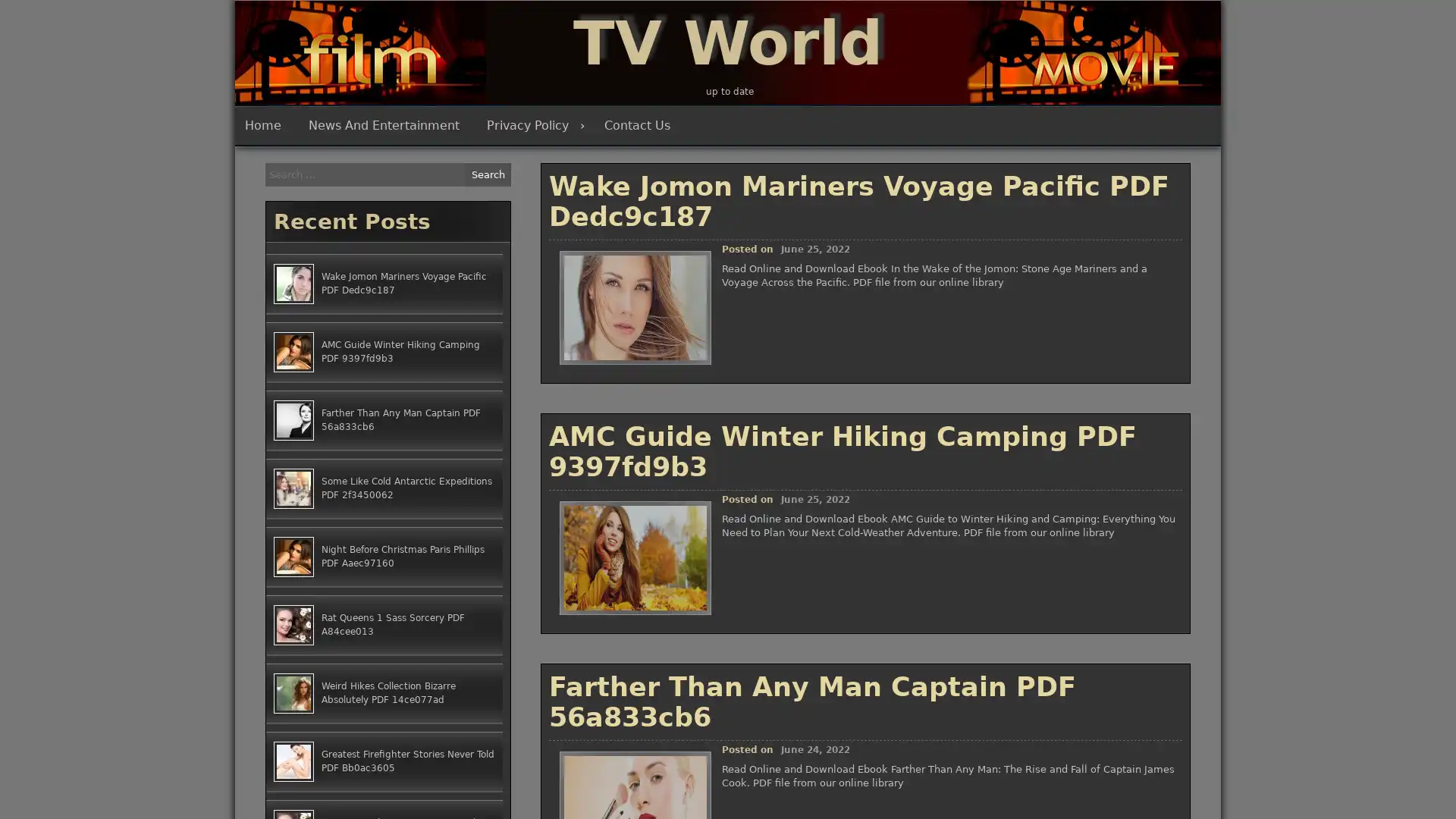 This screenshot has height=819, width=1456. What do you see at coordinates (488, 174) in the screenshot?
I see `Search` at bounding box center [488, 174].